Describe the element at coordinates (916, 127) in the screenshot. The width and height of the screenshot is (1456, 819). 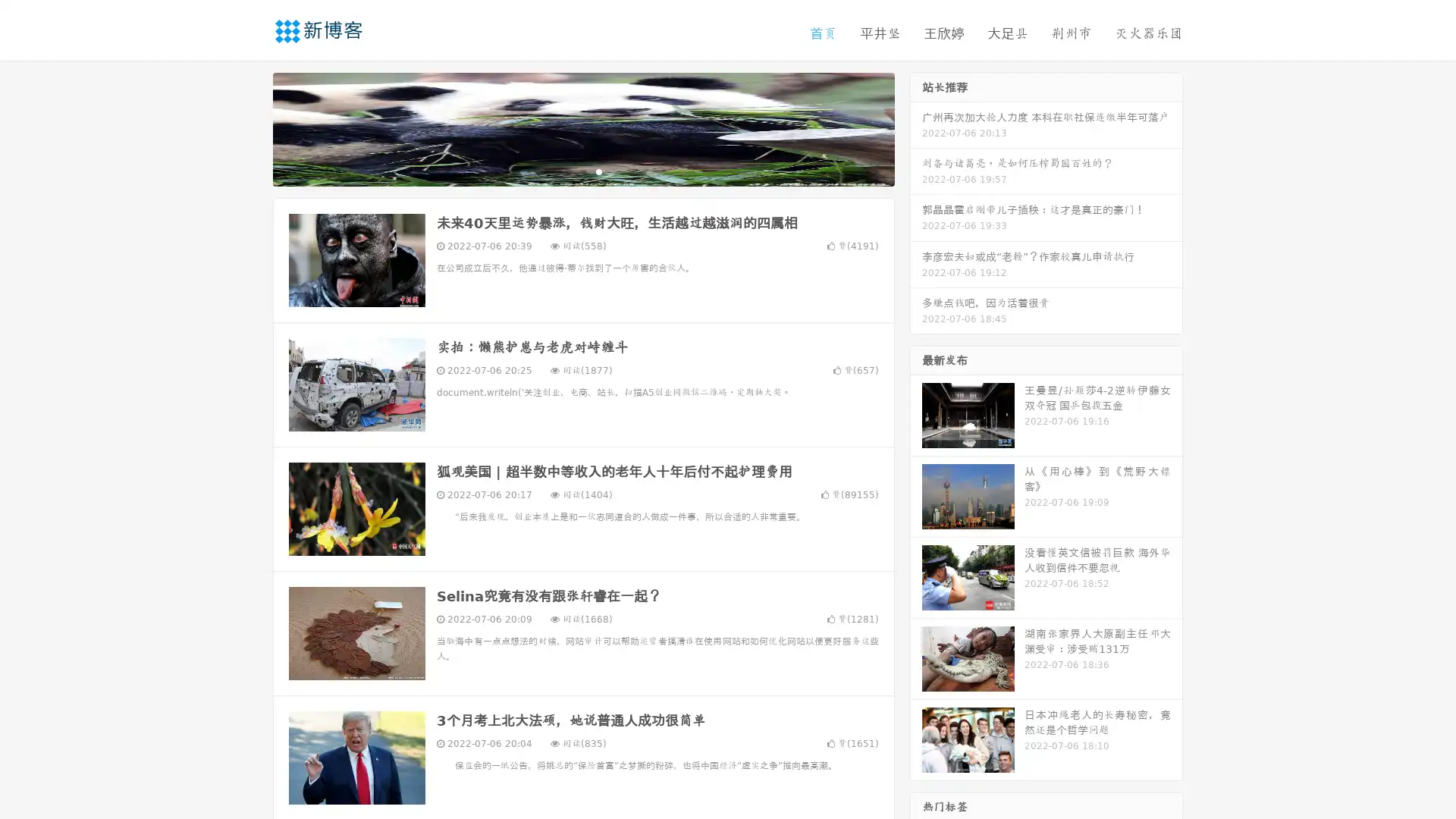
I see `Next slide` at that location.